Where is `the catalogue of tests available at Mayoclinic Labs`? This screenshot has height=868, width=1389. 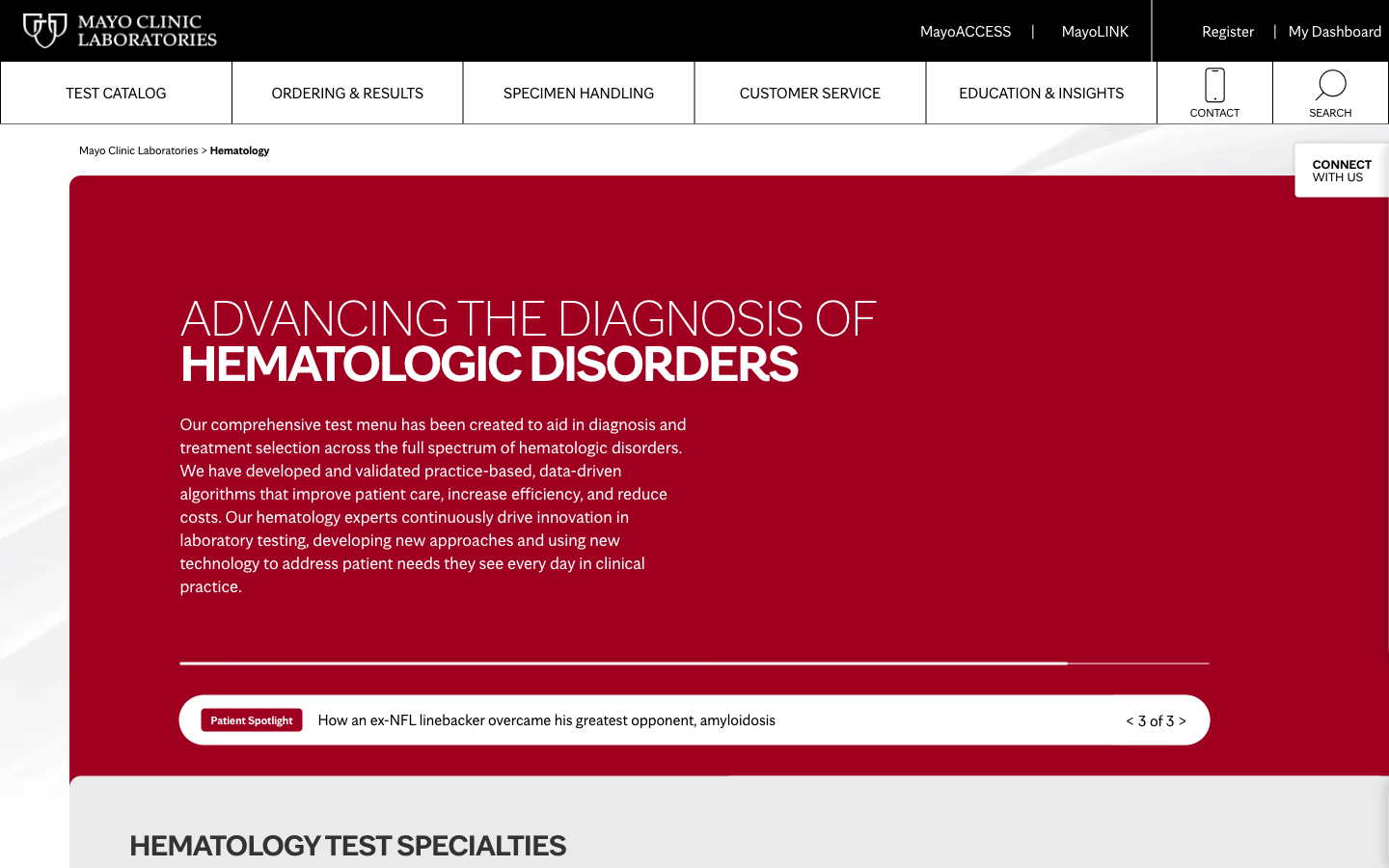 the catalogue of tests available at Mayoclinic Labs is located at coordinates (116, 92).